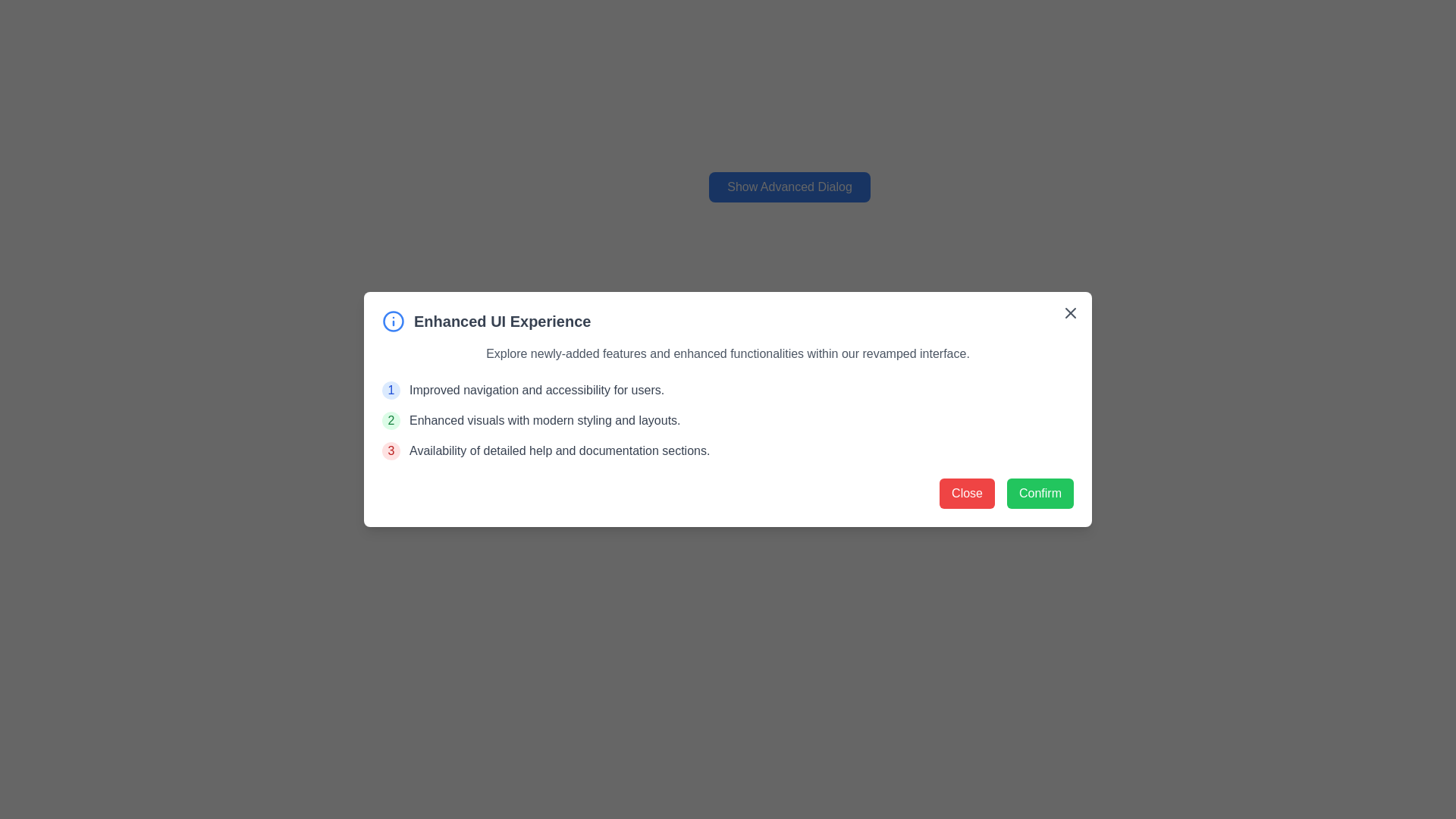 This screenshot has height=819, width=1456. What do you see at coordinates (789, 186) in the screenshot?
I see `the rounded rectangular button with a blue background and white text labeled 'Show Advanced Dialog'` at bounding box center [789, 186].